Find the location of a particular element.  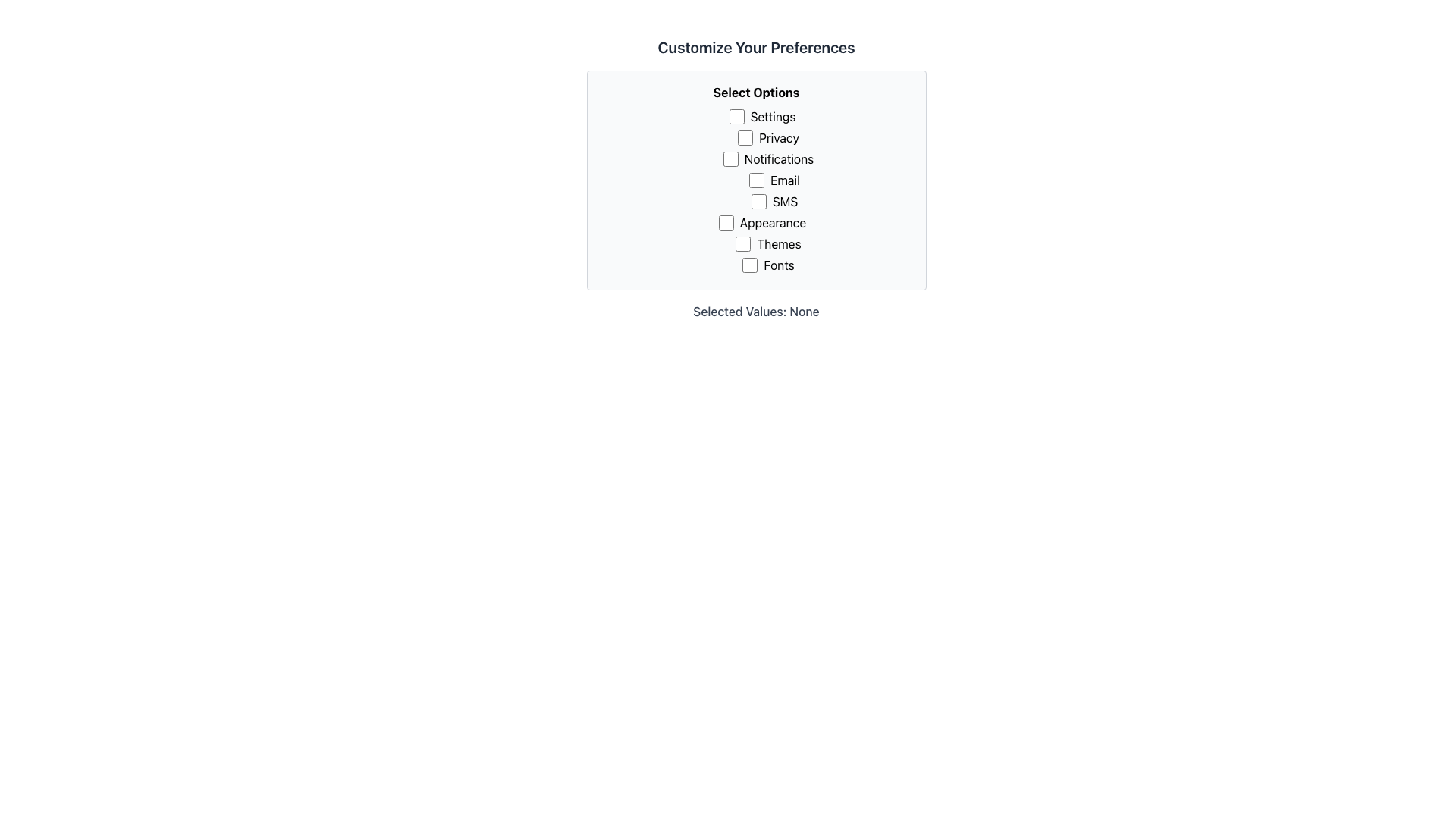

the checkbox next to the 'Fonts' label in the preferences selection module is located at coordinates (750, 265).